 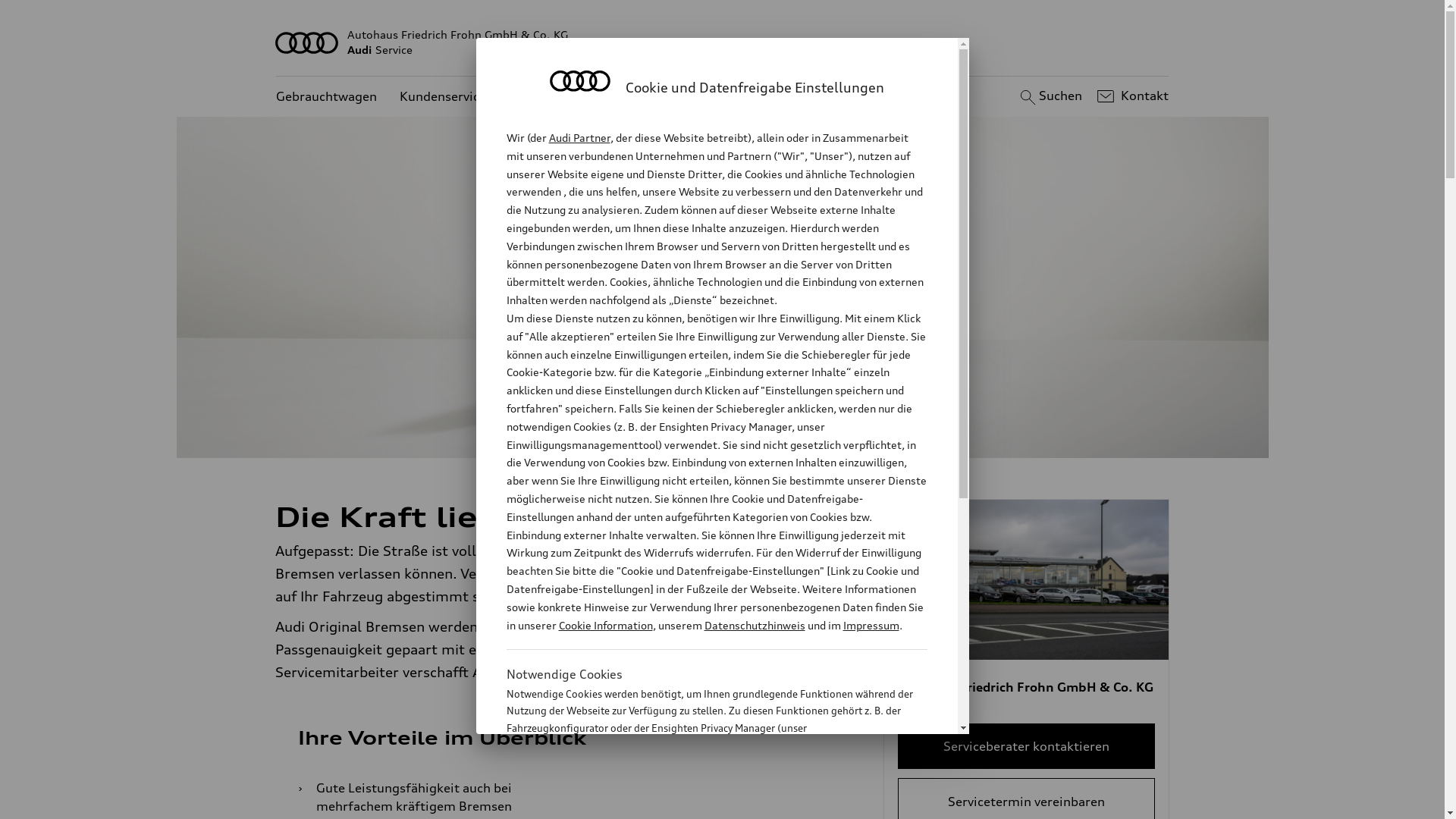 I want to click on 'Impressum', so click(x=871, y=625).